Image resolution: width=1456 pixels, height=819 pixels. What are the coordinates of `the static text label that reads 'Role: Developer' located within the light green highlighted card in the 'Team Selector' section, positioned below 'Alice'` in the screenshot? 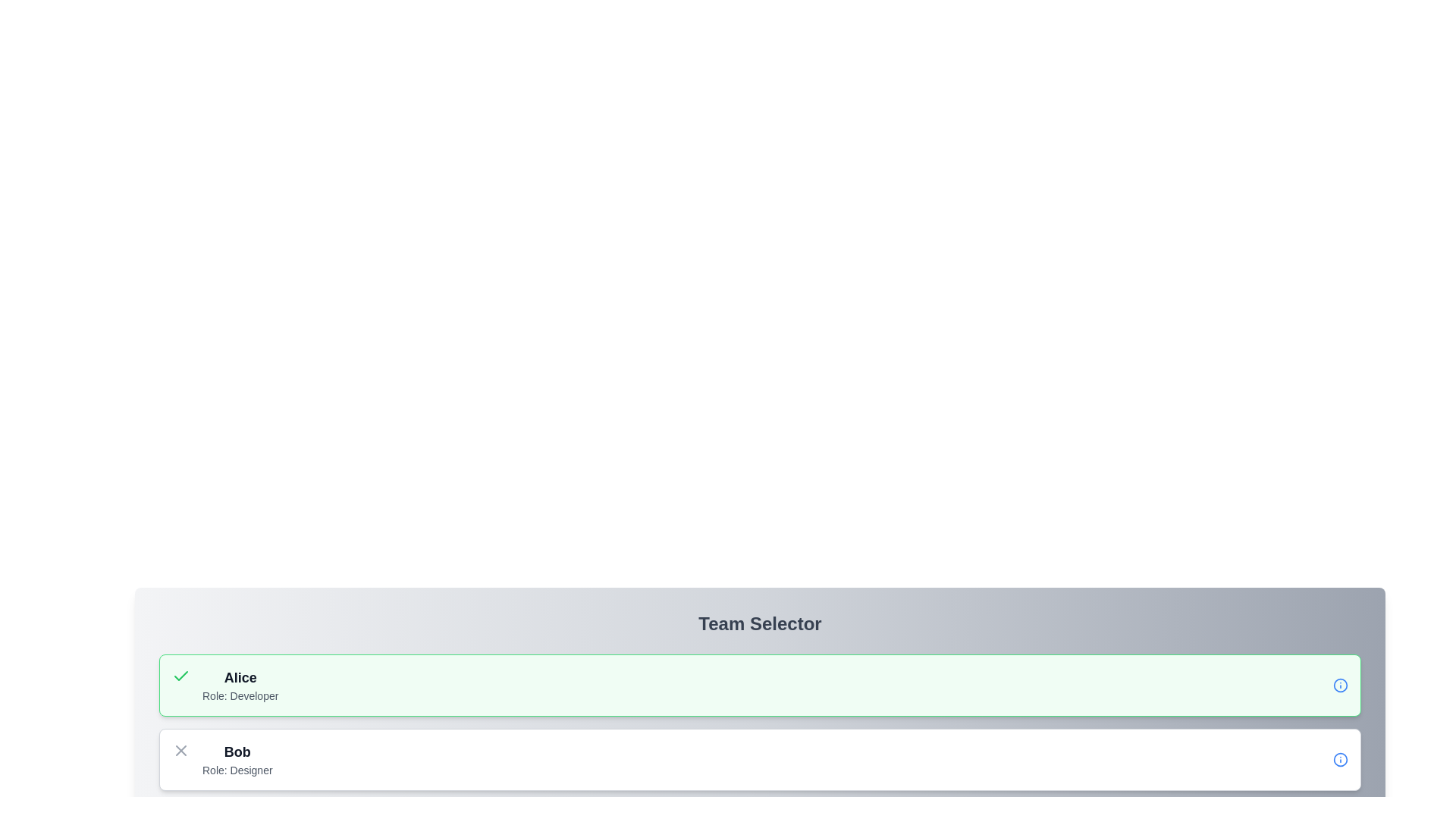 It's located at (240, 696).